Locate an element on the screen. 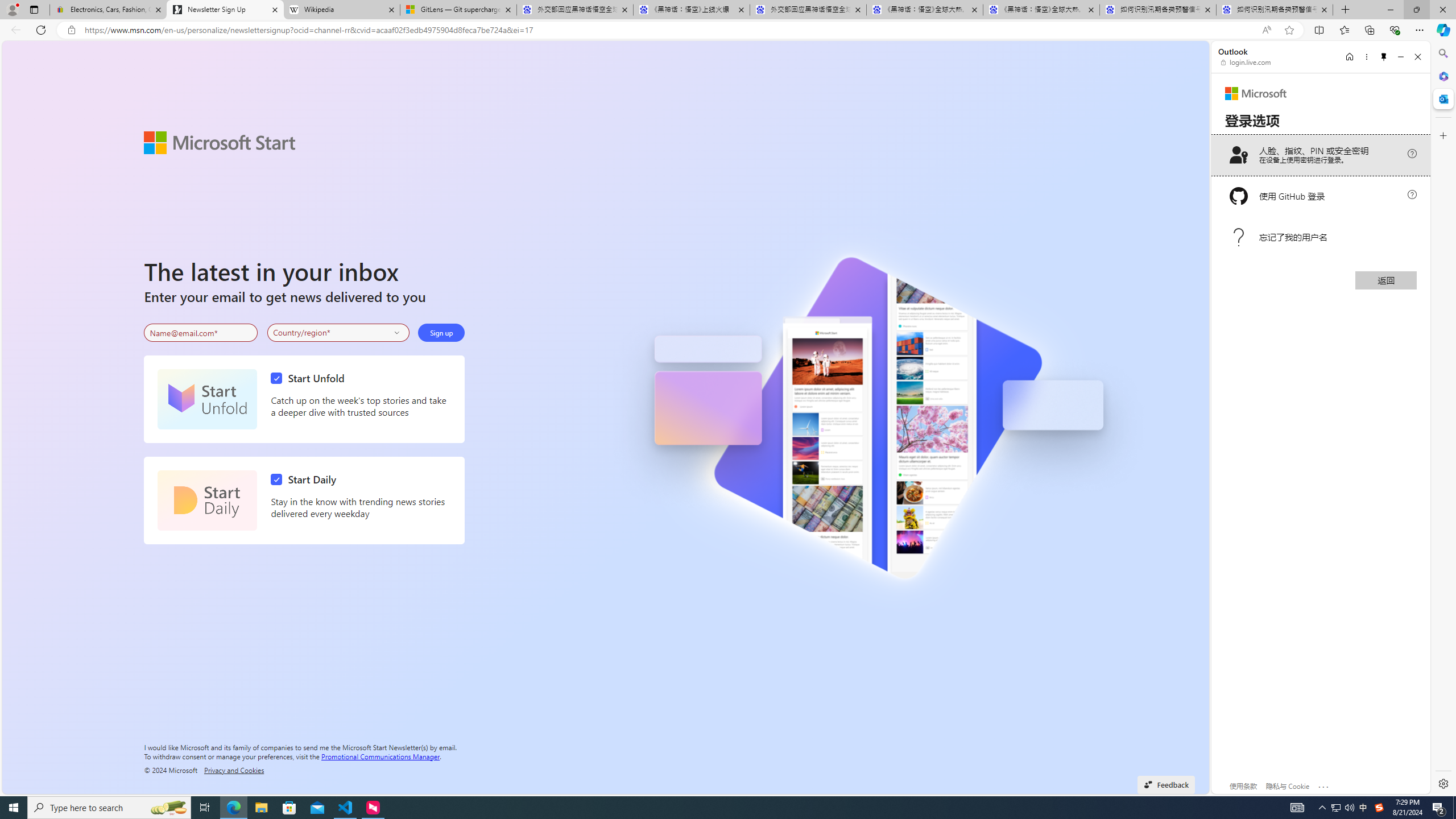  'login.live.com' is located at coordinates (1246, 61).